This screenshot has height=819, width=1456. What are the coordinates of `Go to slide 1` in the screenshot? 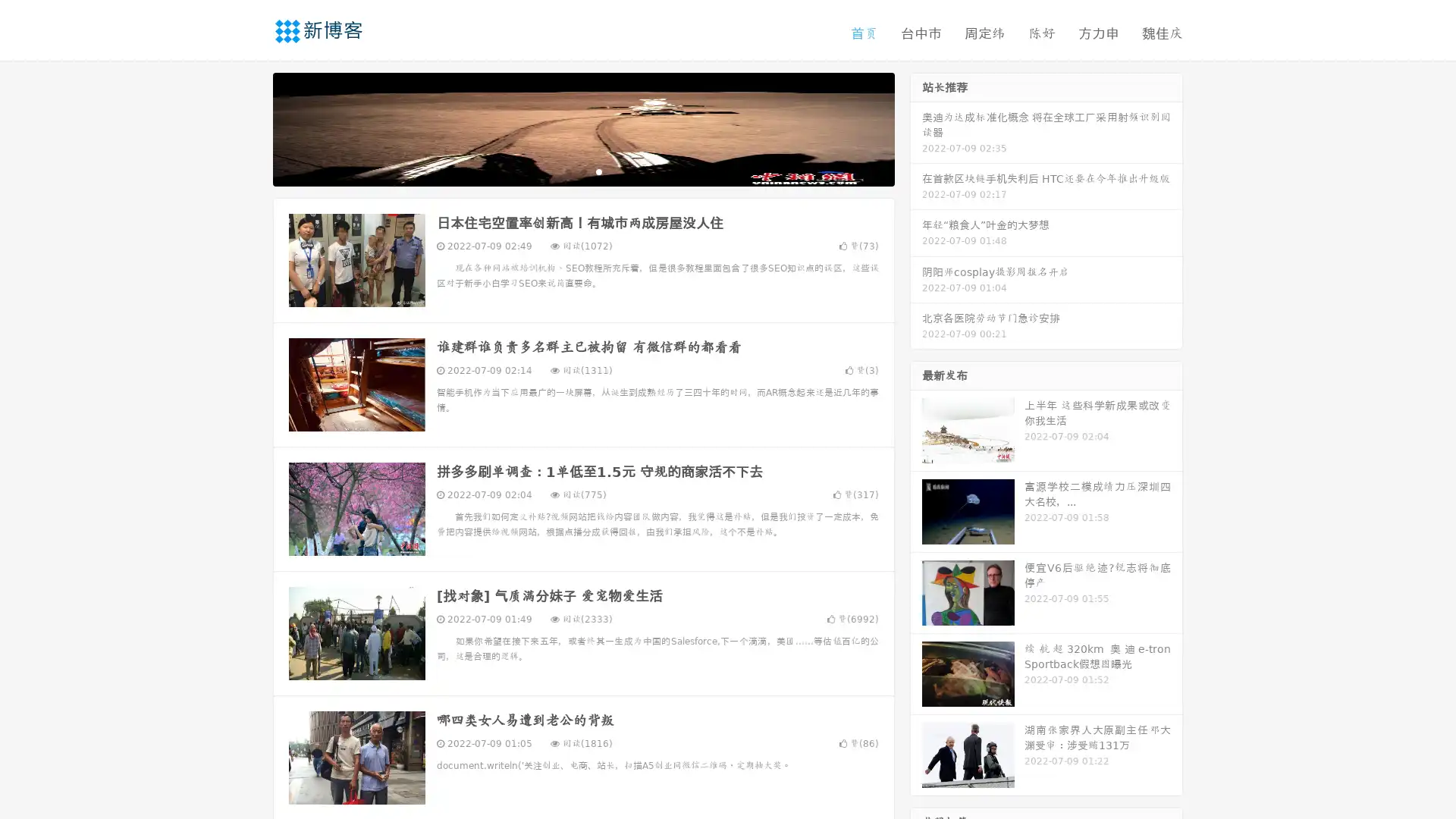 It's located at (567, 171).